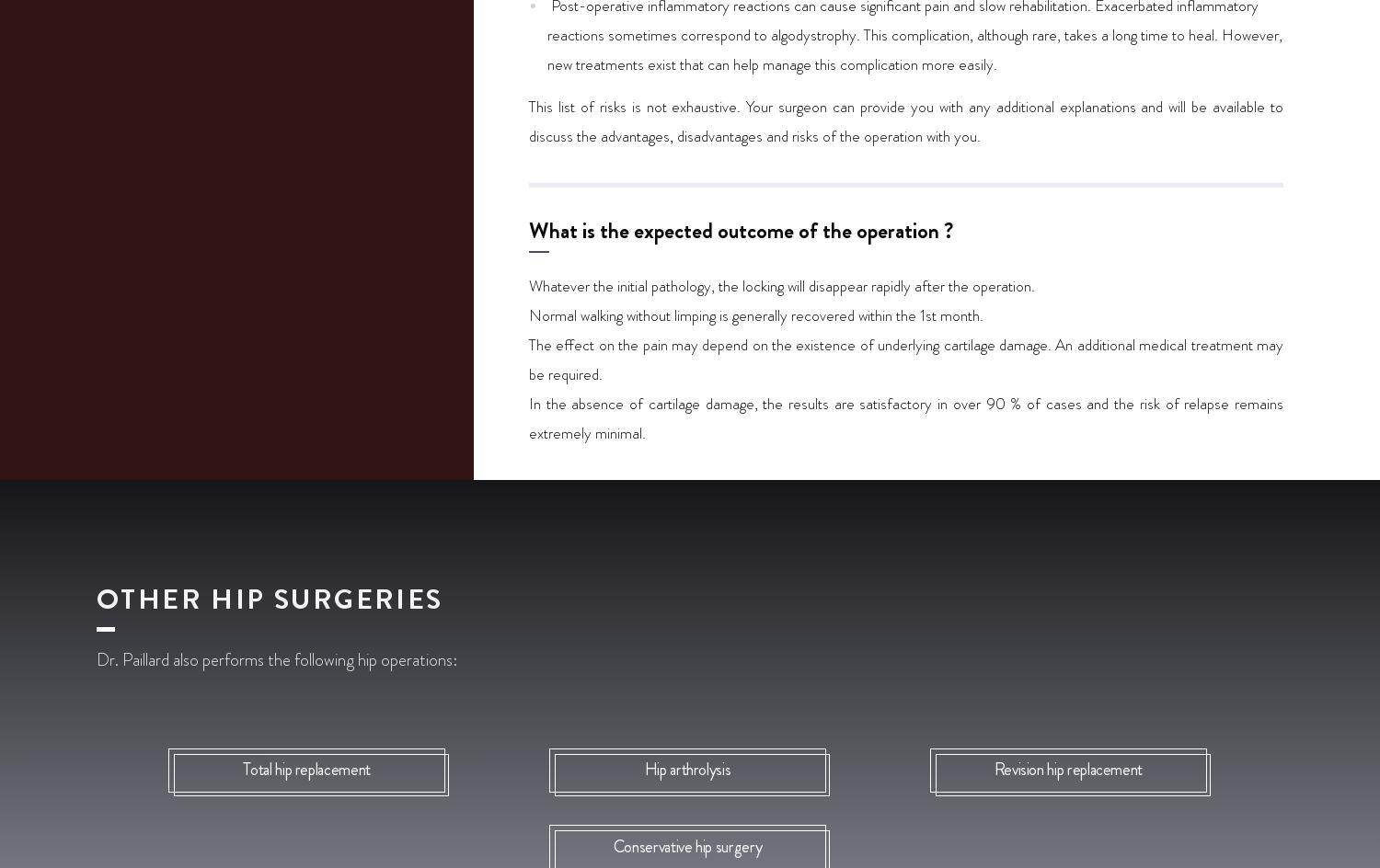 This screenshot has width=1380, height=868. I want to click on 'Normal walking without limping is generally recovered within the 1st month.', so click(755, 314).